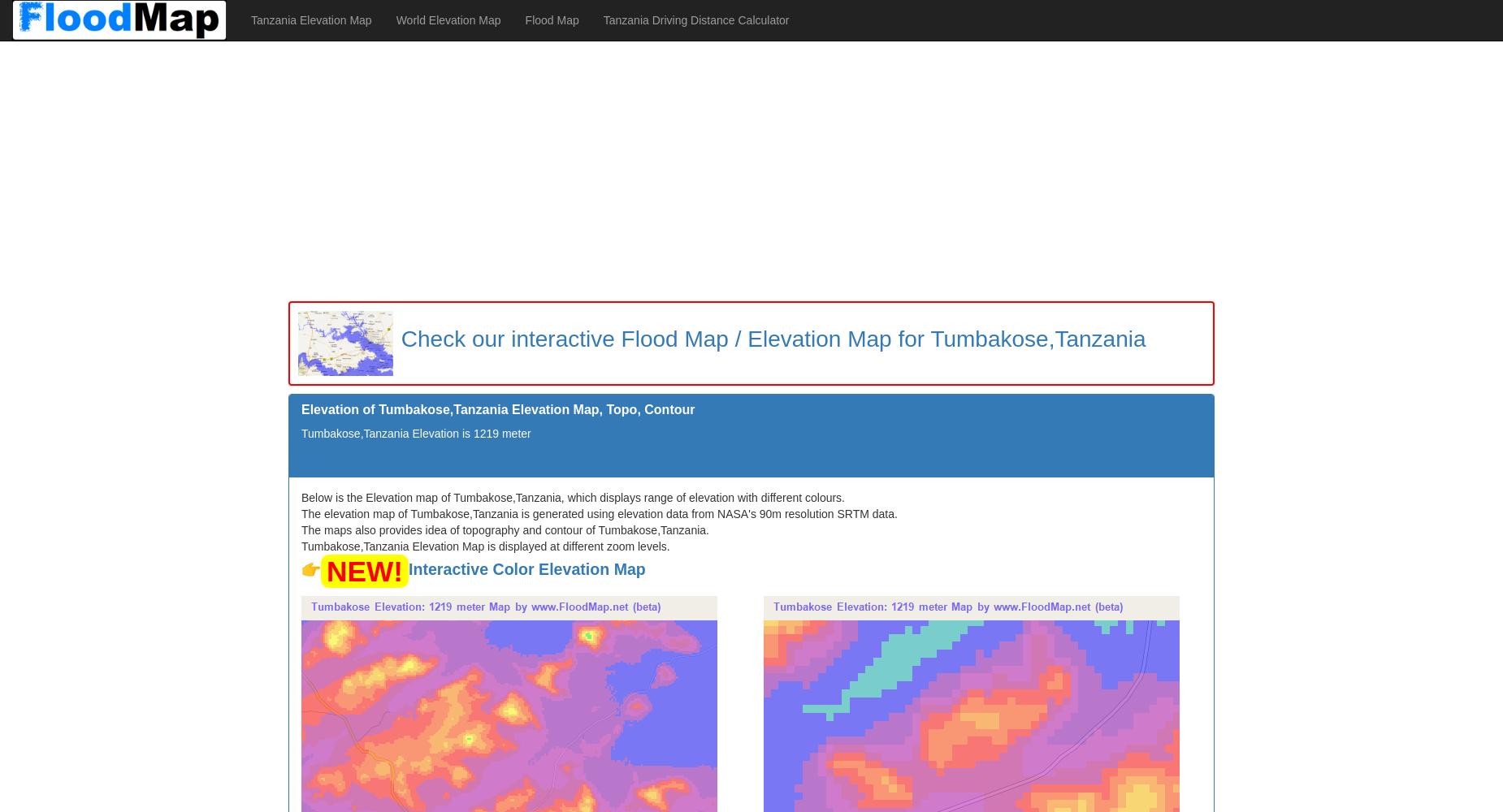  I want to click on 'Tanzania Elevation Map', so click(310, 20).